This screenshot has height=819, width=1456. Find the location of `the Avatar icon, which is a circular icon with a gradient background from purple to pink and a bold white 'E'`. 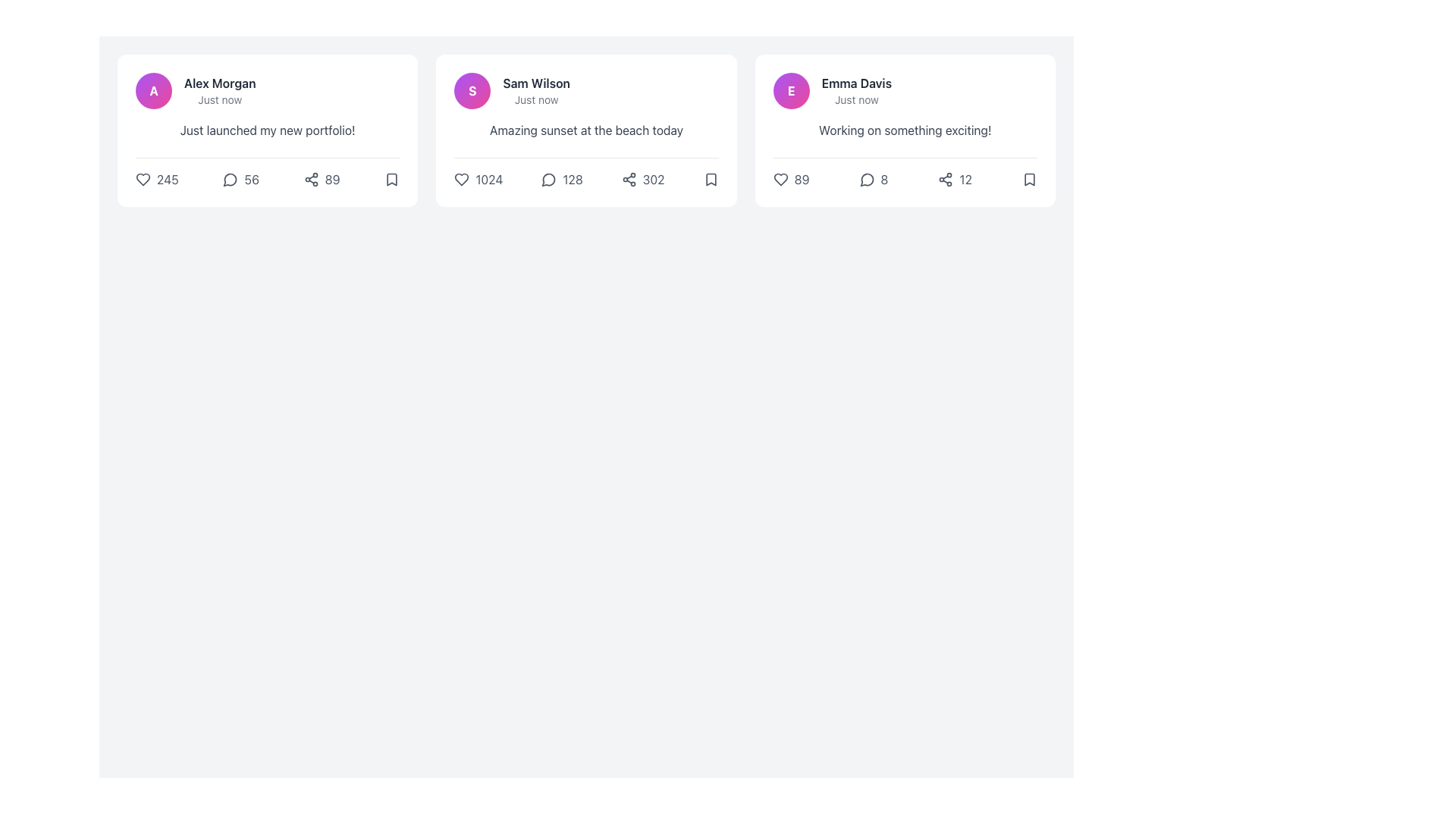

the Avatar icon, which is a circular icon with a gradient background from purple to pink and a bold white 'E' is located at coordinates (790, 90).